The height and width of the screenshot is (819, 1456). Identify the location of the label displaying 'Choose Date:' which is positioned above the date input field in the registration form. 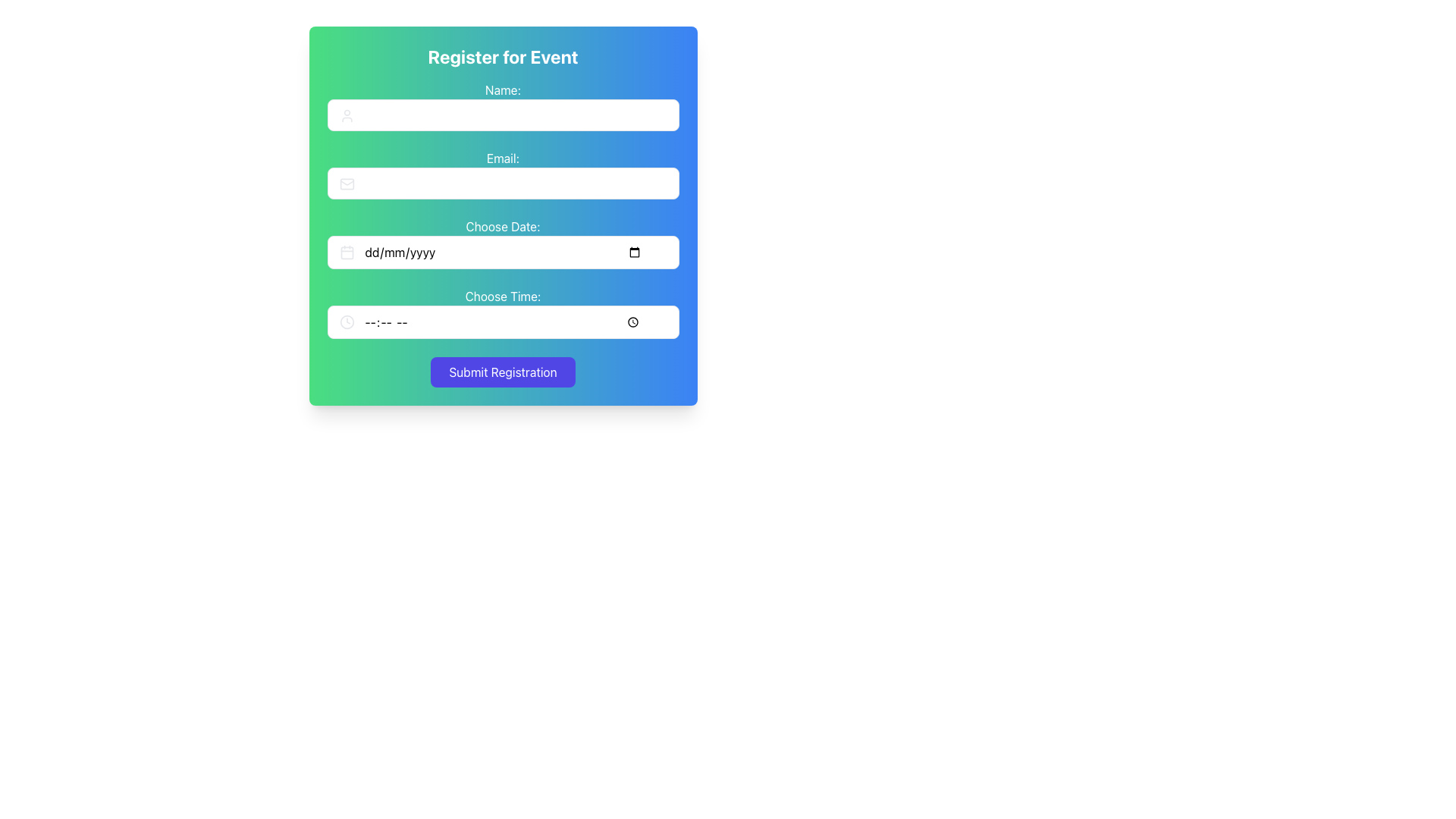
(503, 227).